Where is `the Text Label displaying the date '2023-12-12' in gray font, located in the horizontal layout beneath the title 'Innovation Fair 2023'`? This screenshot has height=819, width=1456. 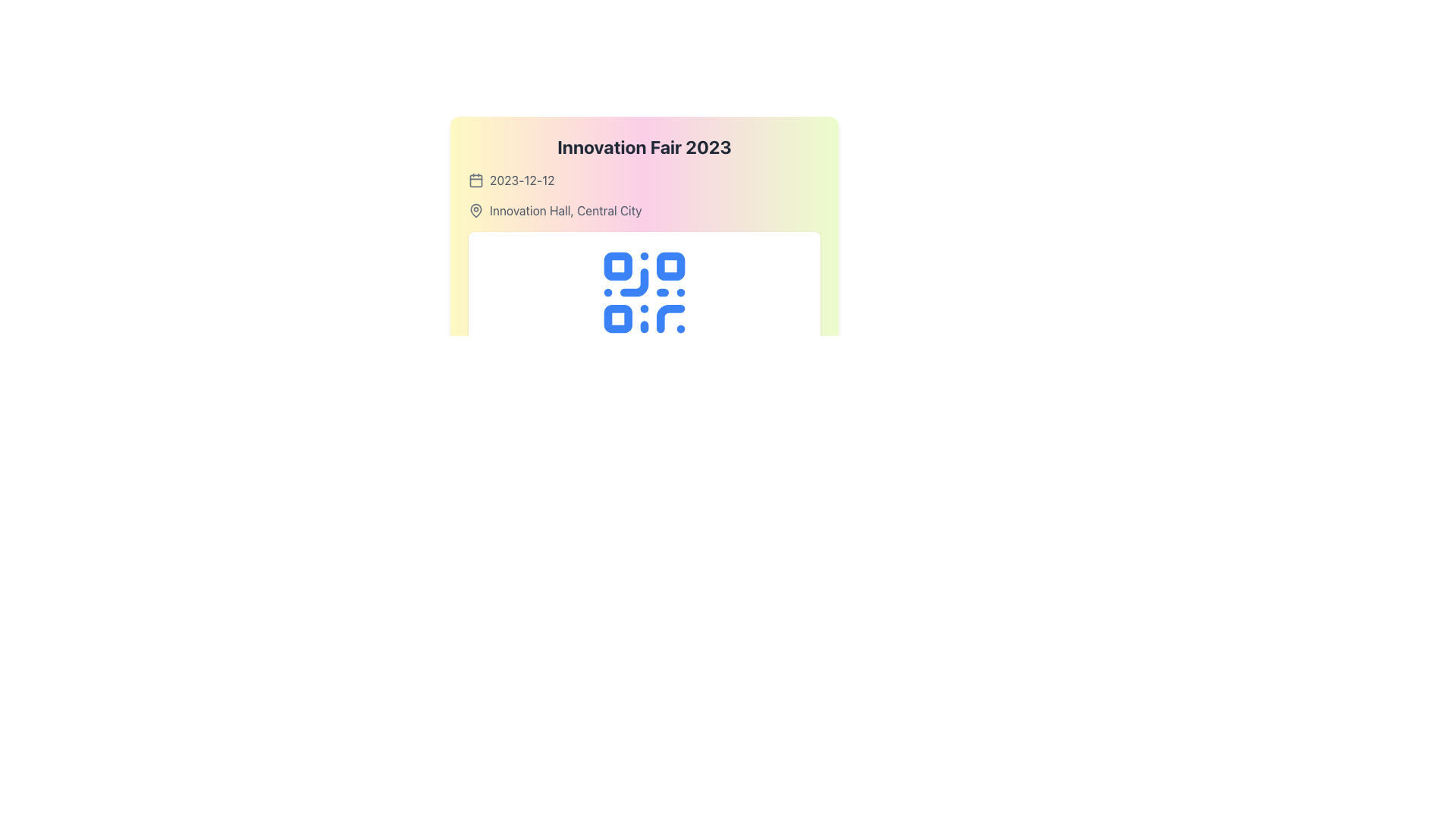
the Text Label displaying the date '2023-12-12' in gray font, located in the horizontal layout beneath the title 'Innovation Fair 2023' is located at coordinates (522, 180).